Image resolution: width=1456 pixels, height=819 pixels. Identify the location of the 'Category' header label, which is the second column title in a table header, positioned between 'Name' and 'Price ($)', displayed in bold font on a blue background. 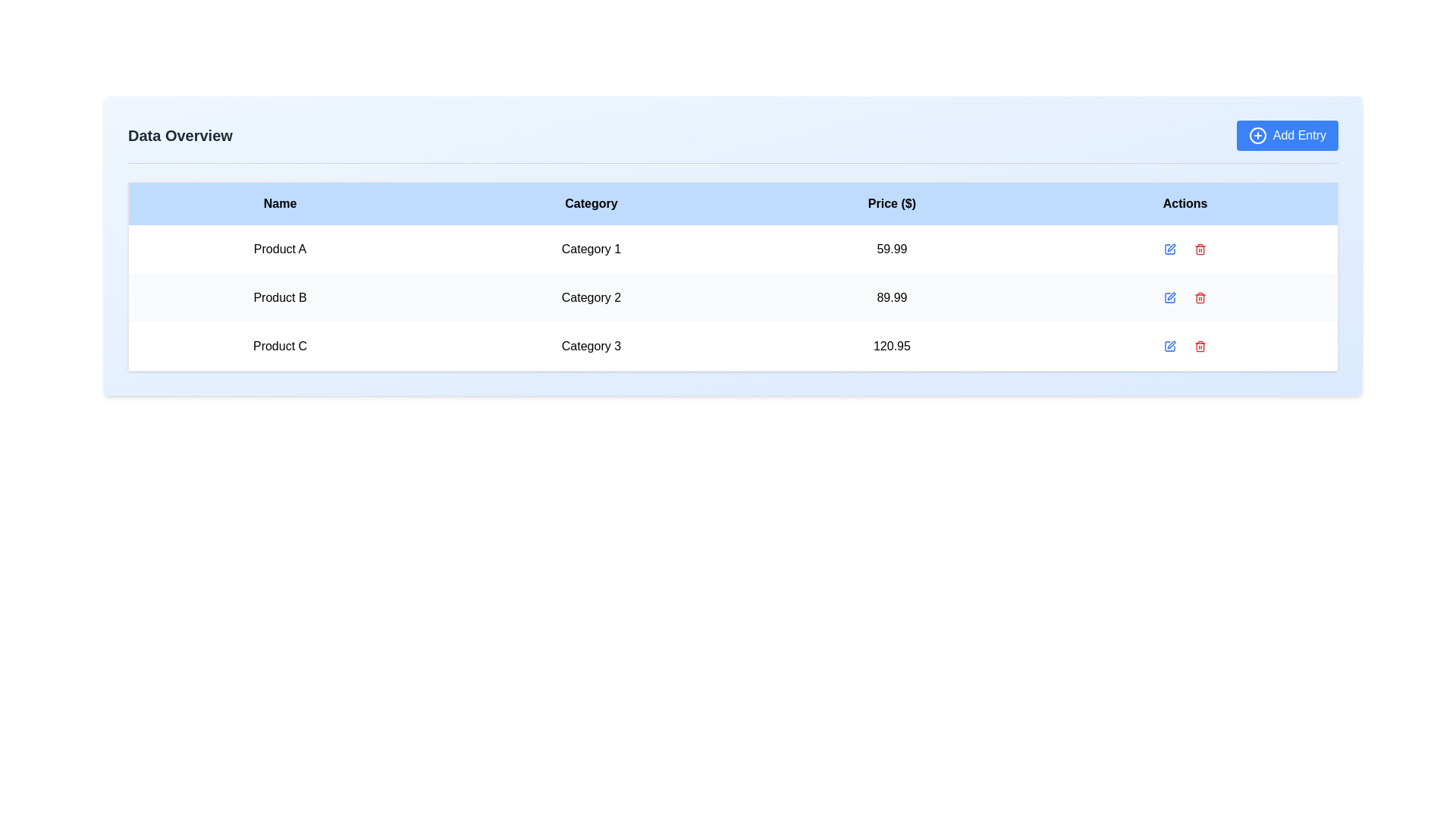
(590, 202).